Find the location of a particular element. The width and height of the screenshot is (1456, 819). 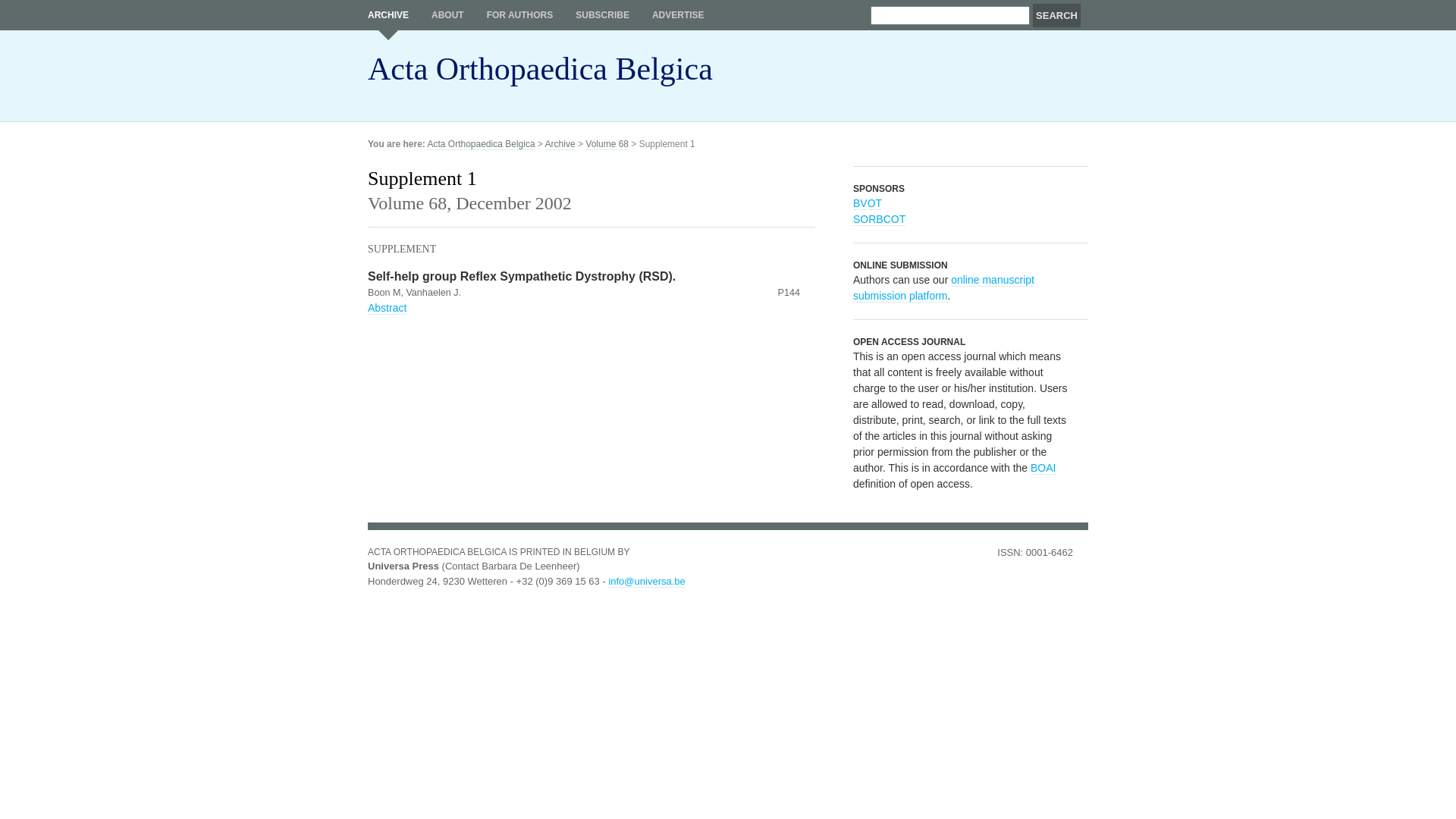

'online manuscript submission platform' is located at coordinates (943, 288).